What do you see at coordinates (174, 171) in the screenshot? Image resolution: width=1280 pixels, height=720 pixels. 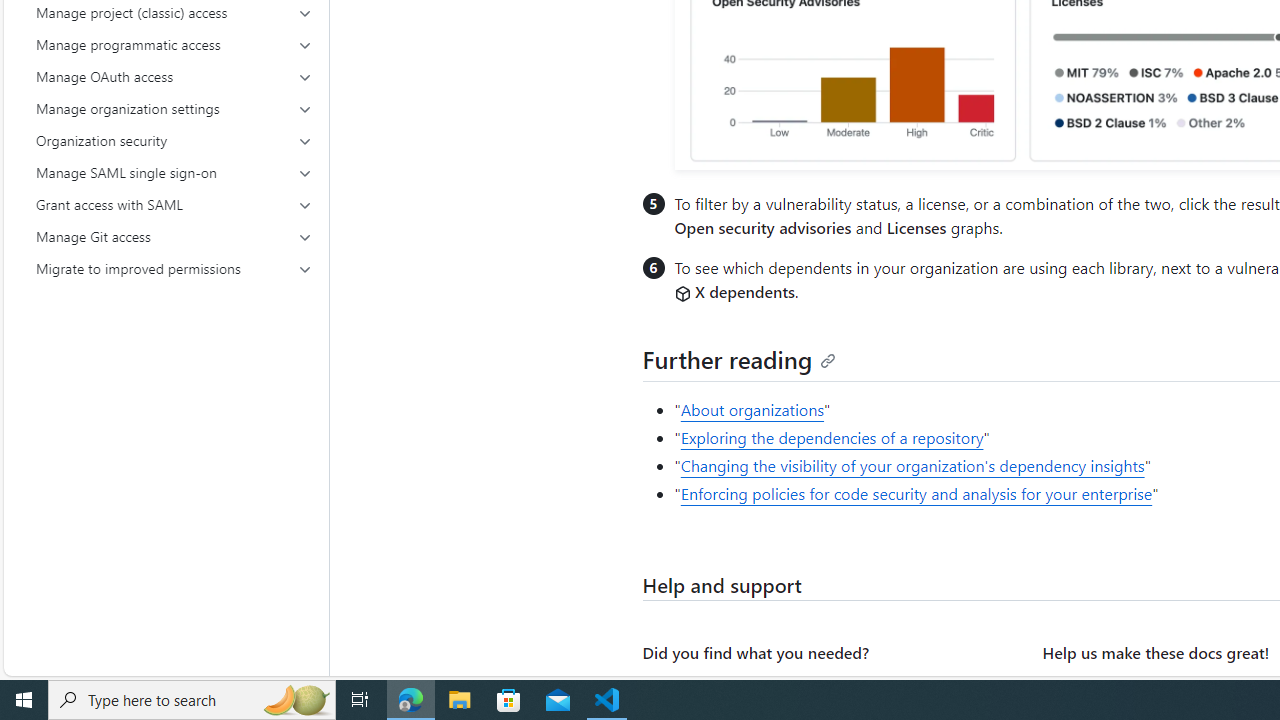 I see `'Manage SAML single sign-on'` at bounding box center [174, 171].